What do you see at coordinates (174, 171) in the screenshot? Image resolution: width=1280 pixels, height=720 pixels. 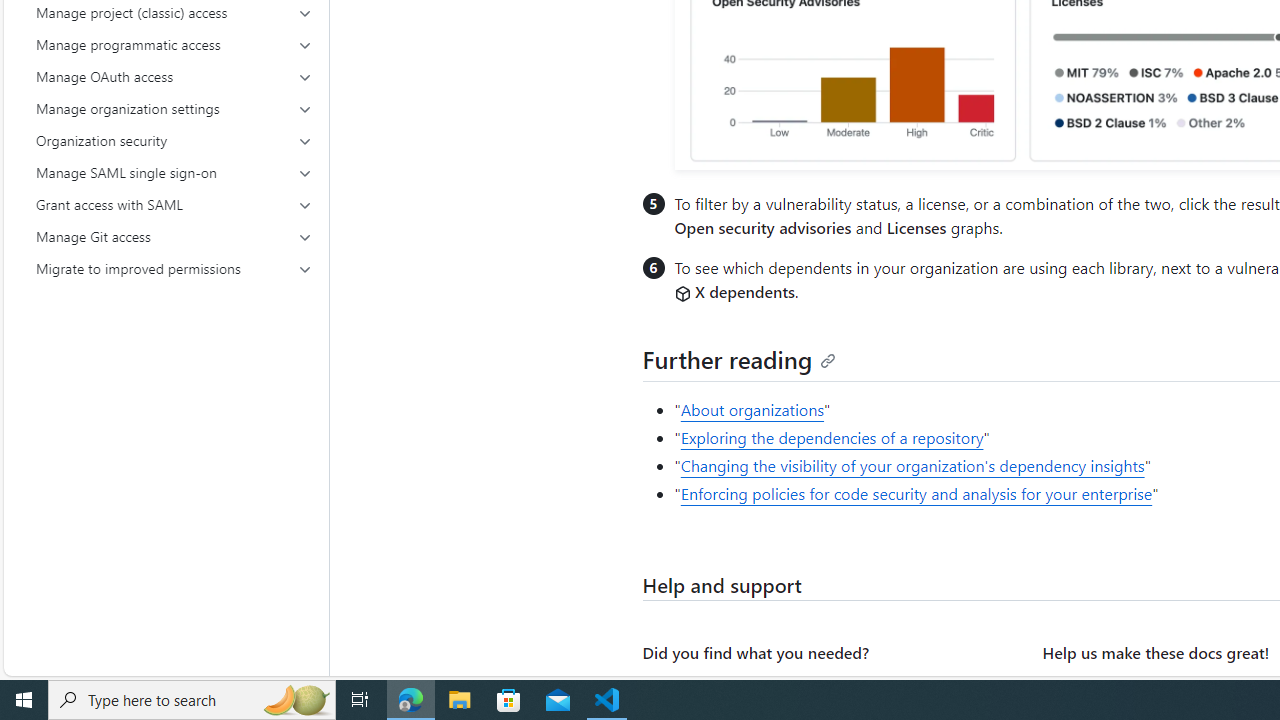 I see `'Manage SAML single sign-on'` at bounding box center [174, 171].